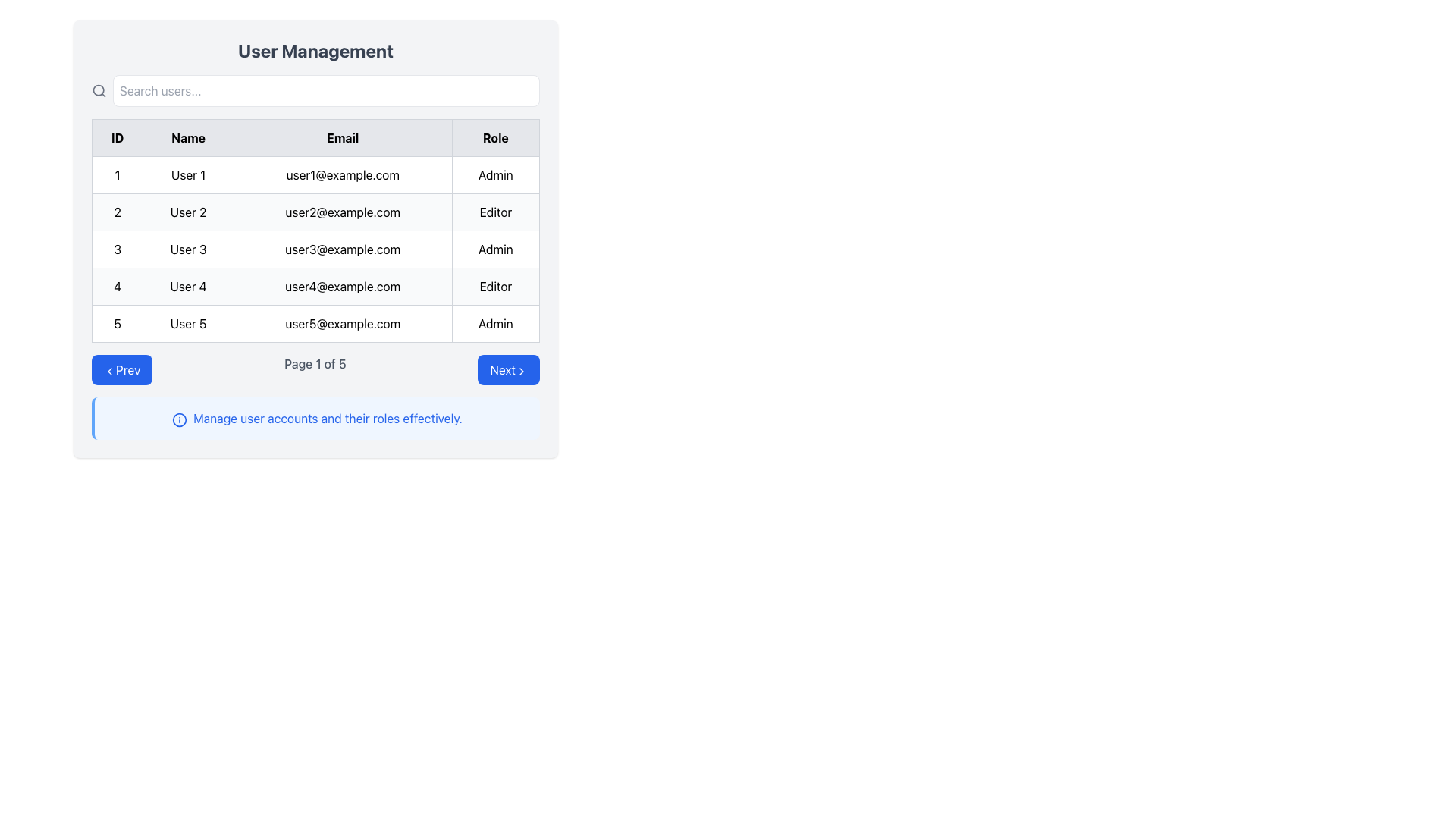  Describe the element at coordinates (315, 418) in the screenshot. I see `the Informational Box located at the bottom of the user management interface, which provides guidance on managing user accounts and roles` at that location.